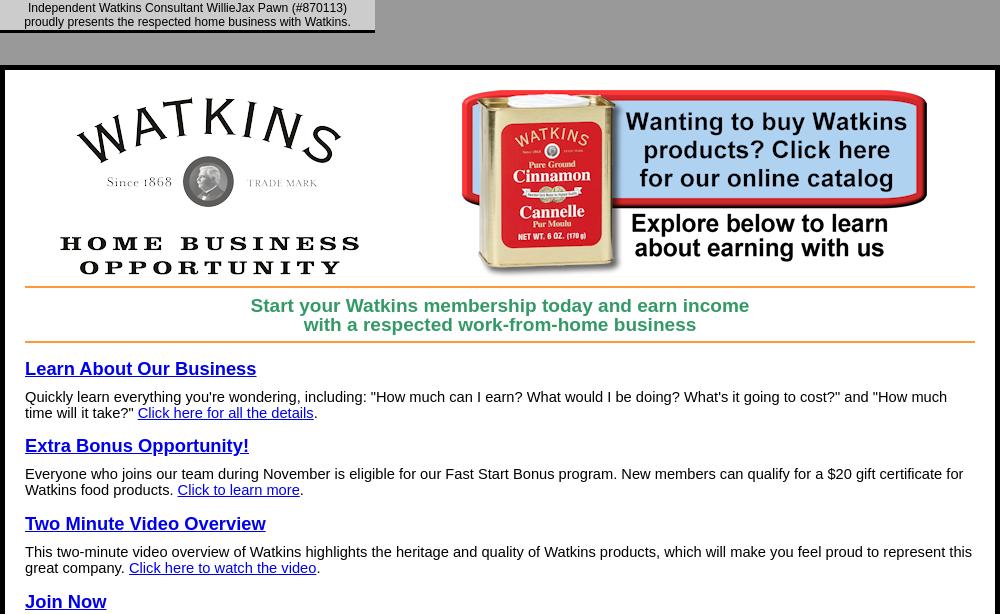 The image size is (1000, 614). What do you see at coordinates (497, 559) in the screenshot?
I see `'This two-minute video overview of Watkins highlights the heritage and quality of Watkins products, which will make you feel proud to represent this great company.'` at bounding box center [497, 559].